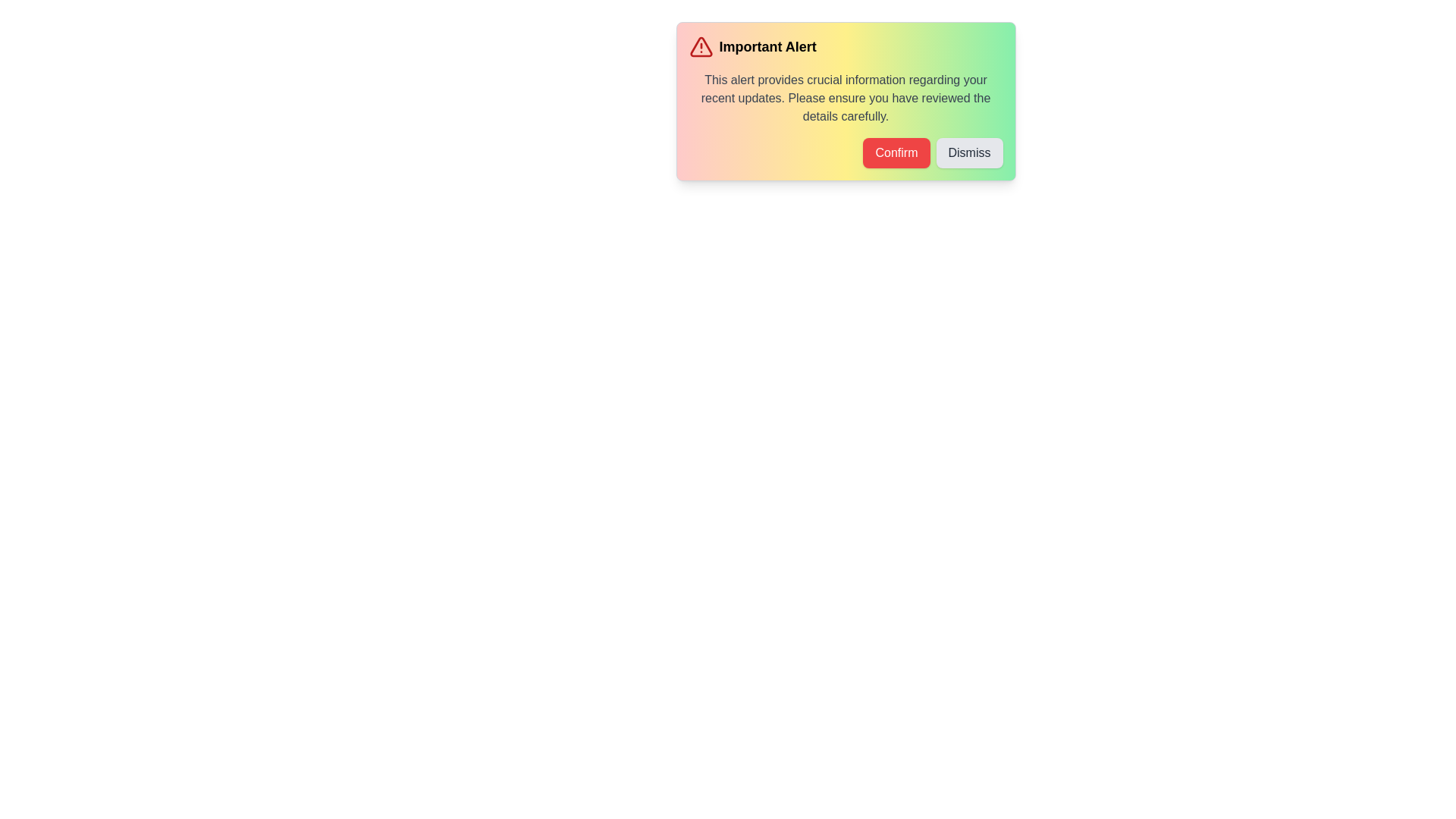  Describe the element at coordinates (845, 99) in the screenshot. I see `the informational text element that delivers a message to the user, located below the 'Important Alert' title and above the 'Confirm' and 'Dismiss' buttons` at that location.